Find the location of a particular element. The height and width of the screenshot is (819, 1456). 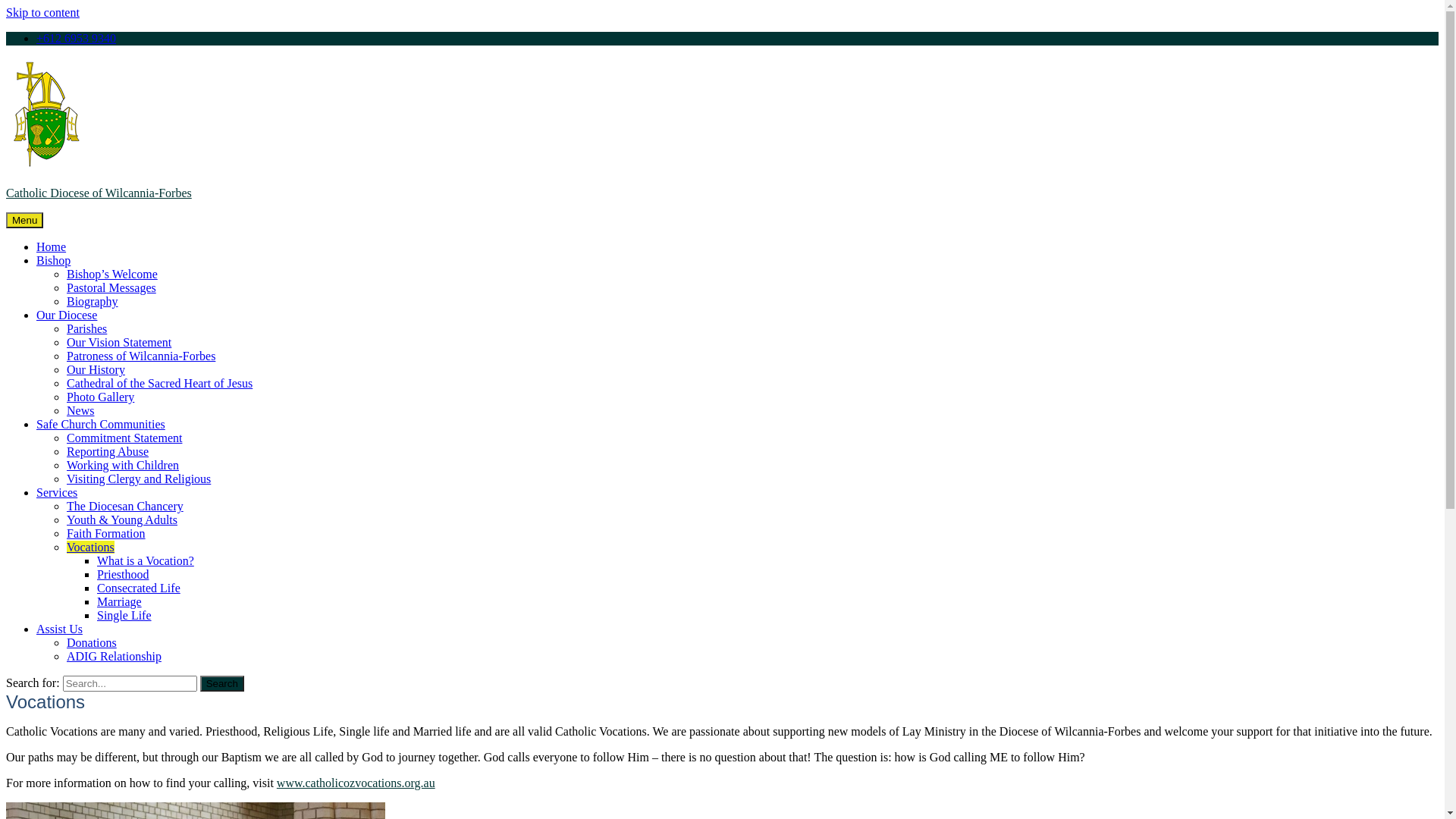

'Our History' is located at coordinates (95, 369).